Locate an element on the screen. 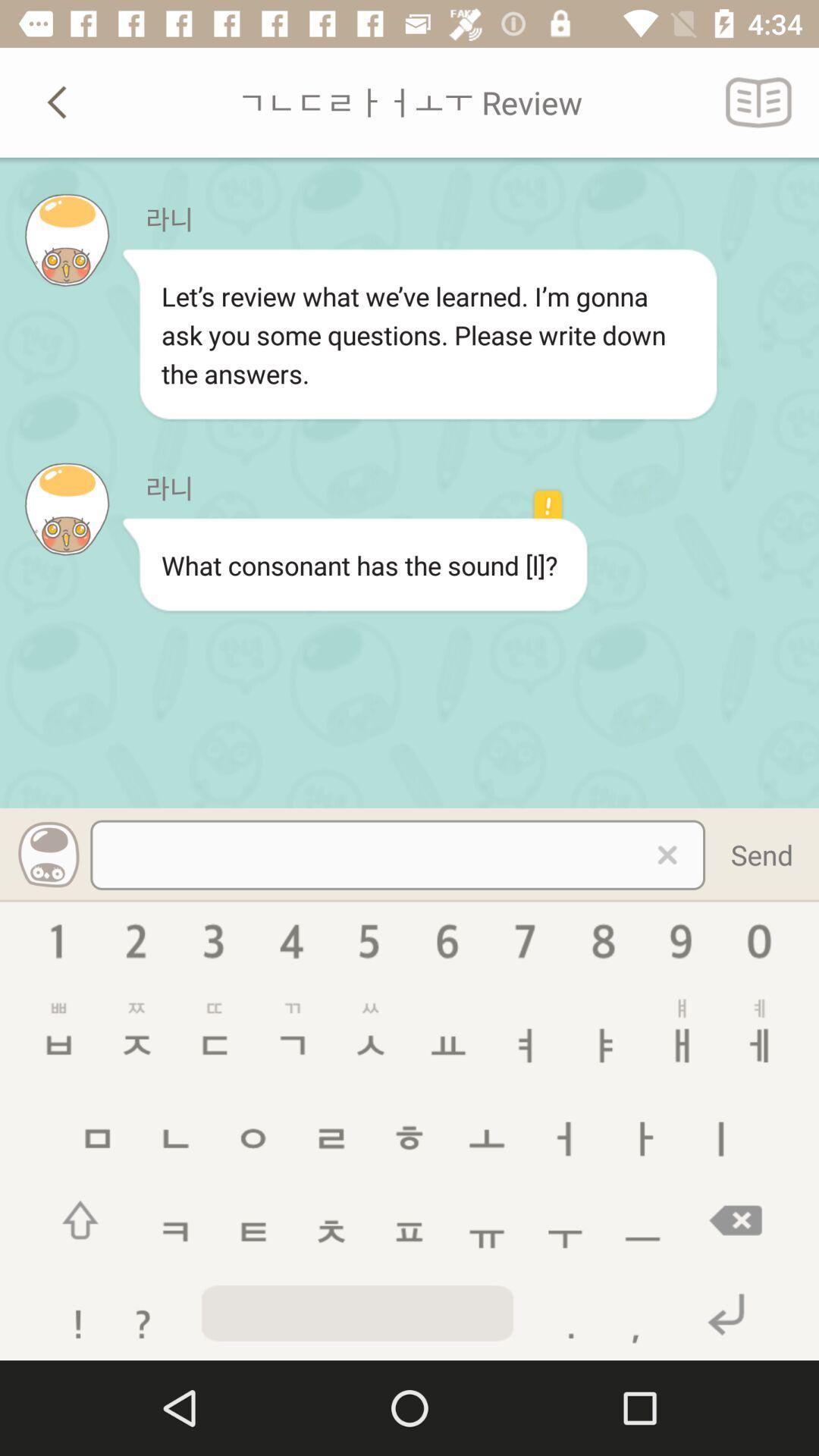 This screenshot has width=819, height=1456. the info icon is located at coordinates (58, 943).